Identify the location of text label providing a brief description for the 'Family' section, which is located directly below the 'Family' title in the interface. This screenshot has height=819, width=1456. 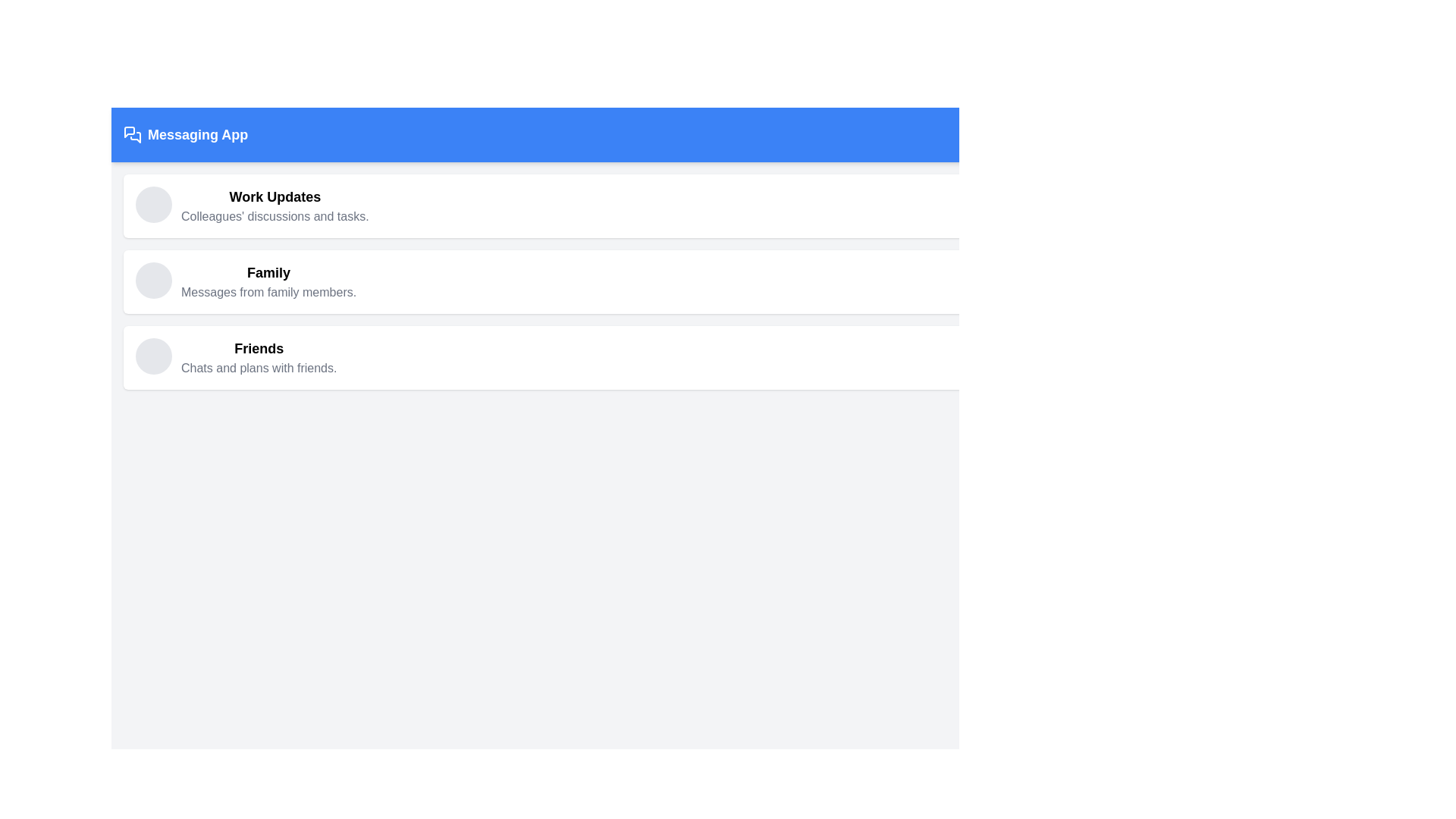
(268, 292).